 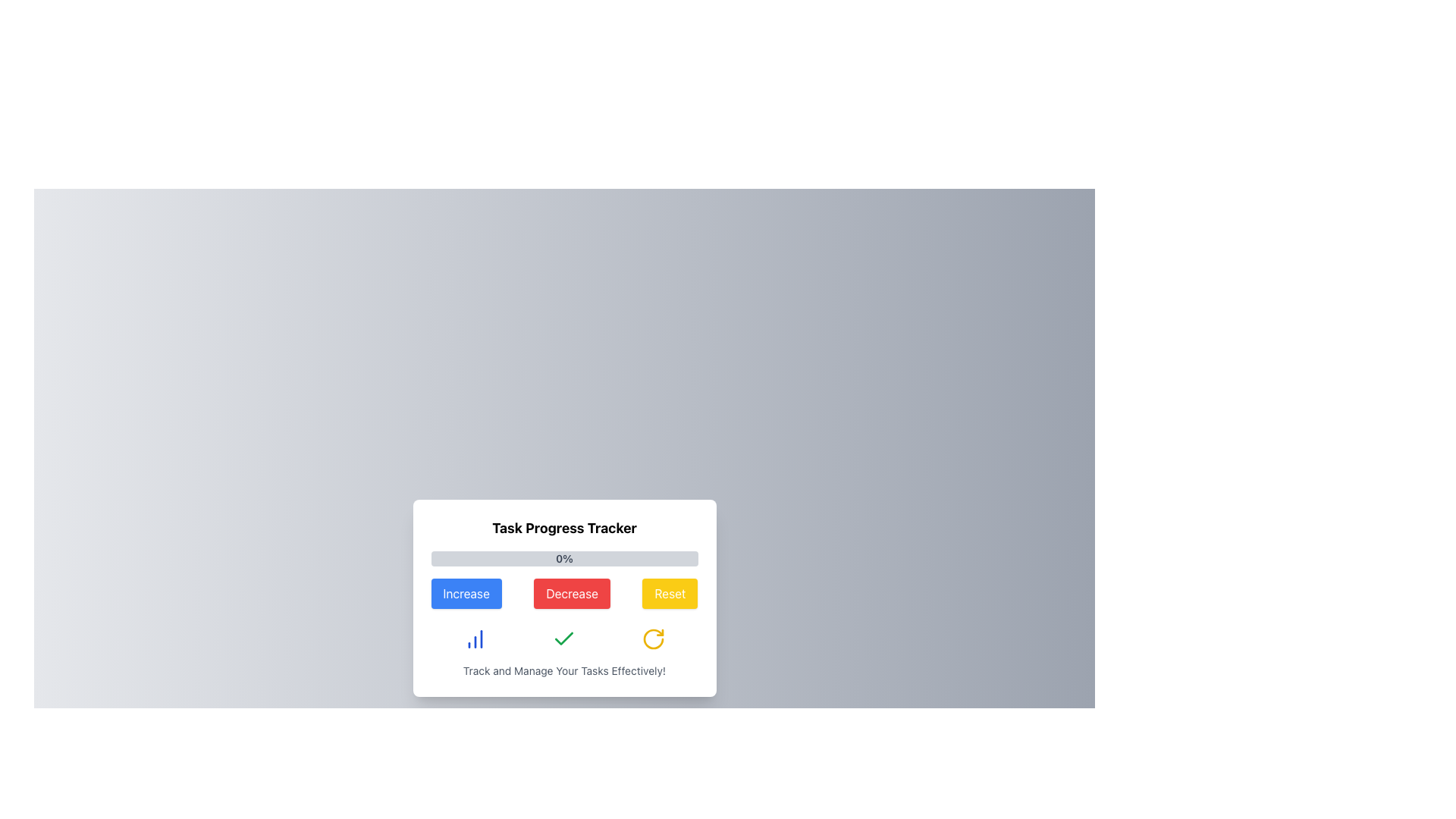 What do you see at coordinates (563, 639) in the screenshot?
I see `the affirmation icon located in the lower section of the interface, between the blue bar chart icon and the yellow circular arrow icon` at bounding box center [563, 639].